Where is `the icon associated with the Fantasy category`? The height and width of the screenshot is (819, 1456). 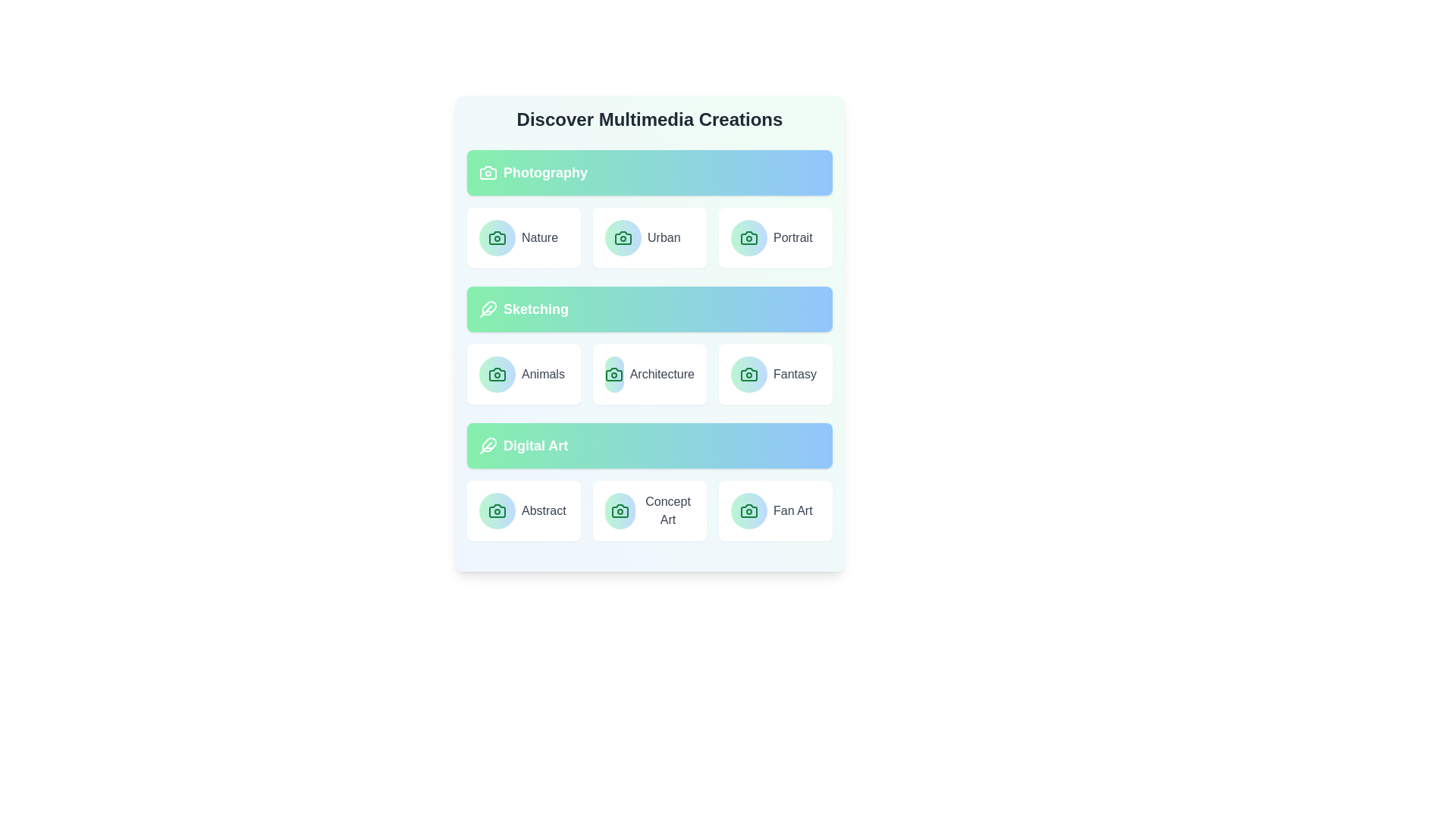 the icon associated with the Fantasy category is located at coordinates (749, 374).